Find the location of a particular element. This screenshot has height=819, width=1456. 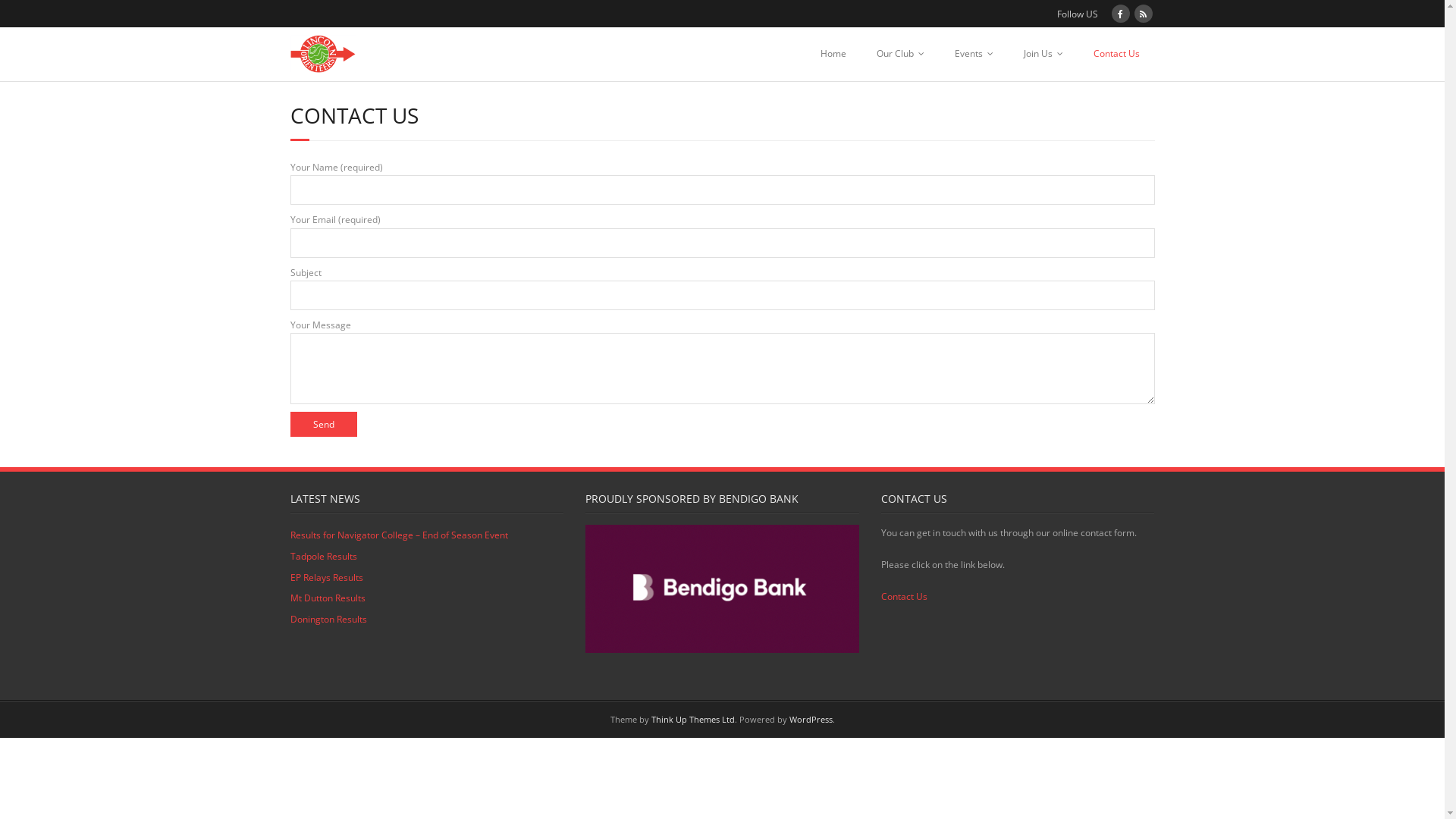

'Contact Us' is located at coordinates (904, 595).